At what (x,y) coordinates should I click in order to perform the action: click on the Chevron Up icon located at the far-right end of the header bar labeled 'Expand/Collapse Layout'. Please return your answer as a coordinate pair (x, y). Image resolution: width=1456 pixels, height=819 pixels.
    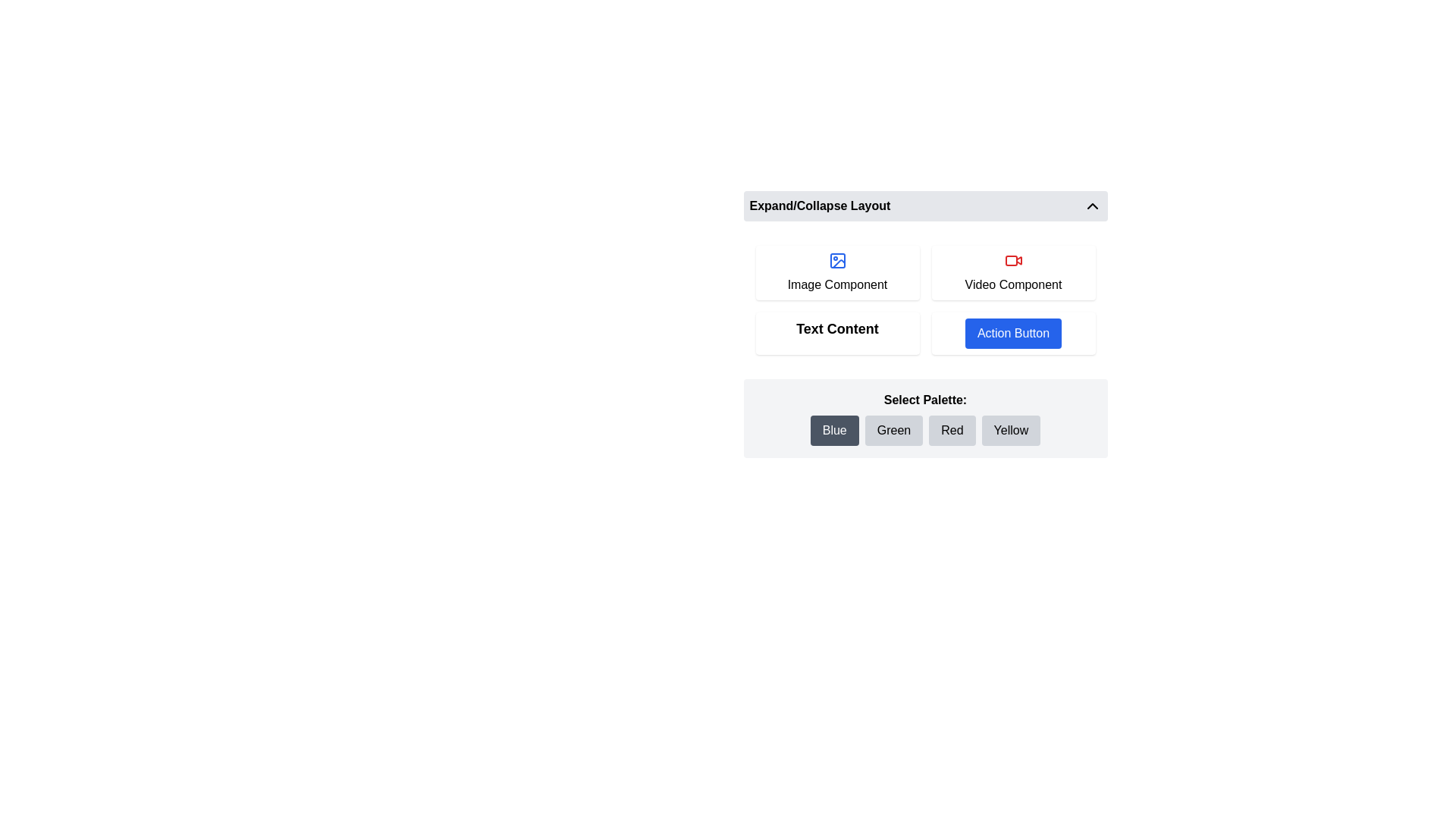
    Looking at the image, I should click on (1092, 206).